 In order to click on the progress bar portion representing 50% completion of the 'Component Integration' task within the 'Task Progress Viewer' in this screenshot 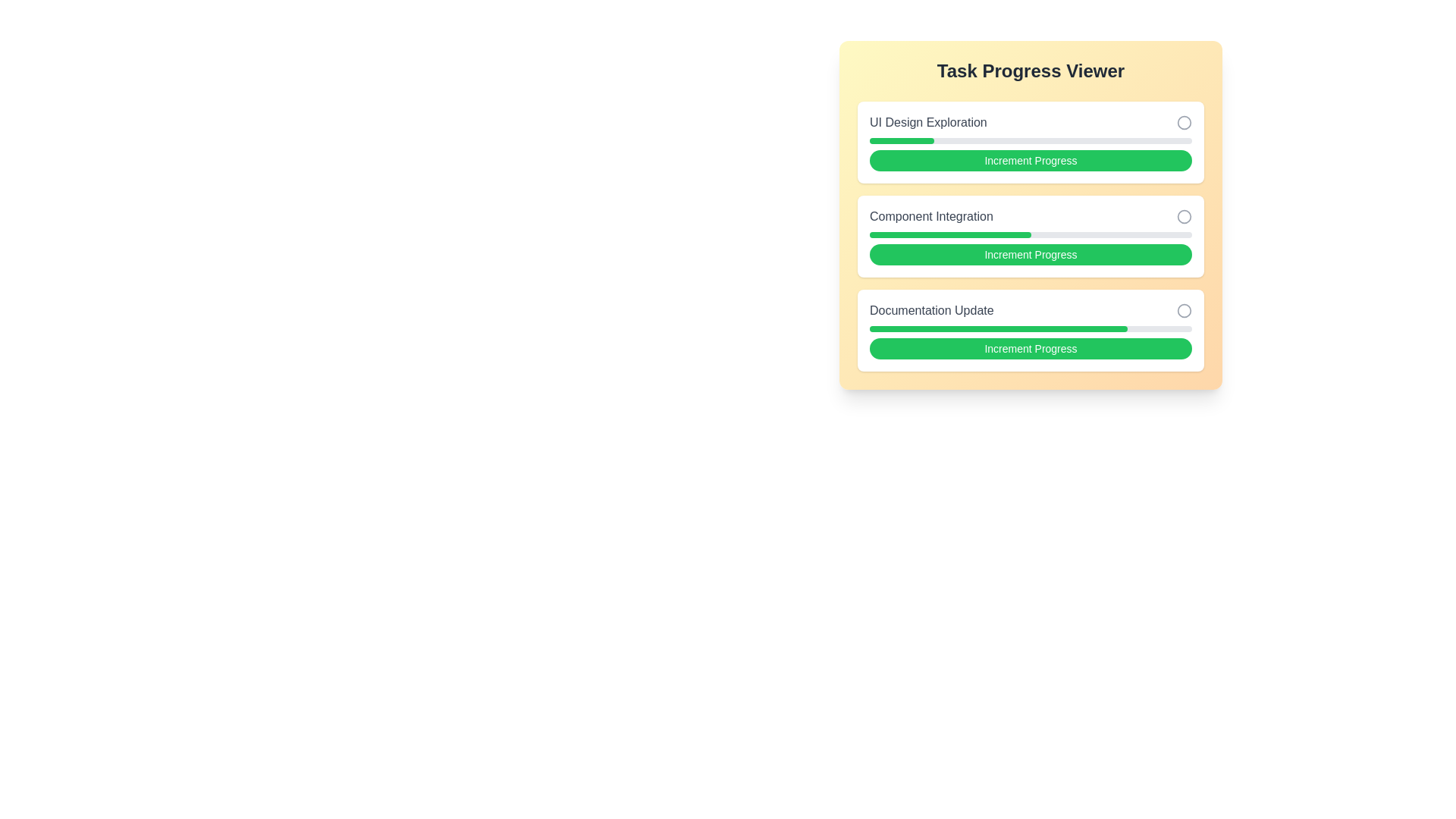, I will do `click(949, 234)`.